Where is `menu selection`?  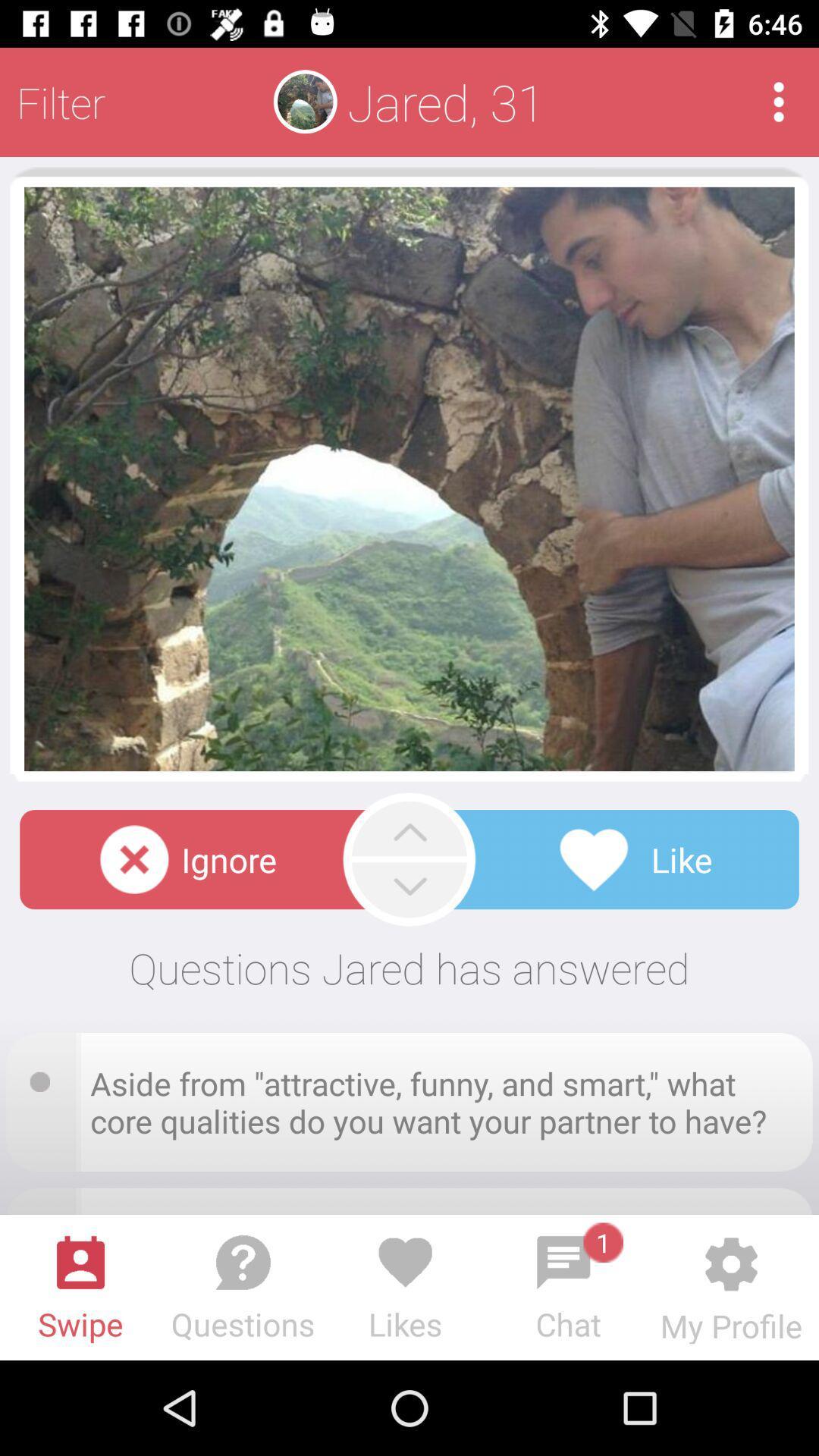
menu selection is located at coordinates (779, 101).